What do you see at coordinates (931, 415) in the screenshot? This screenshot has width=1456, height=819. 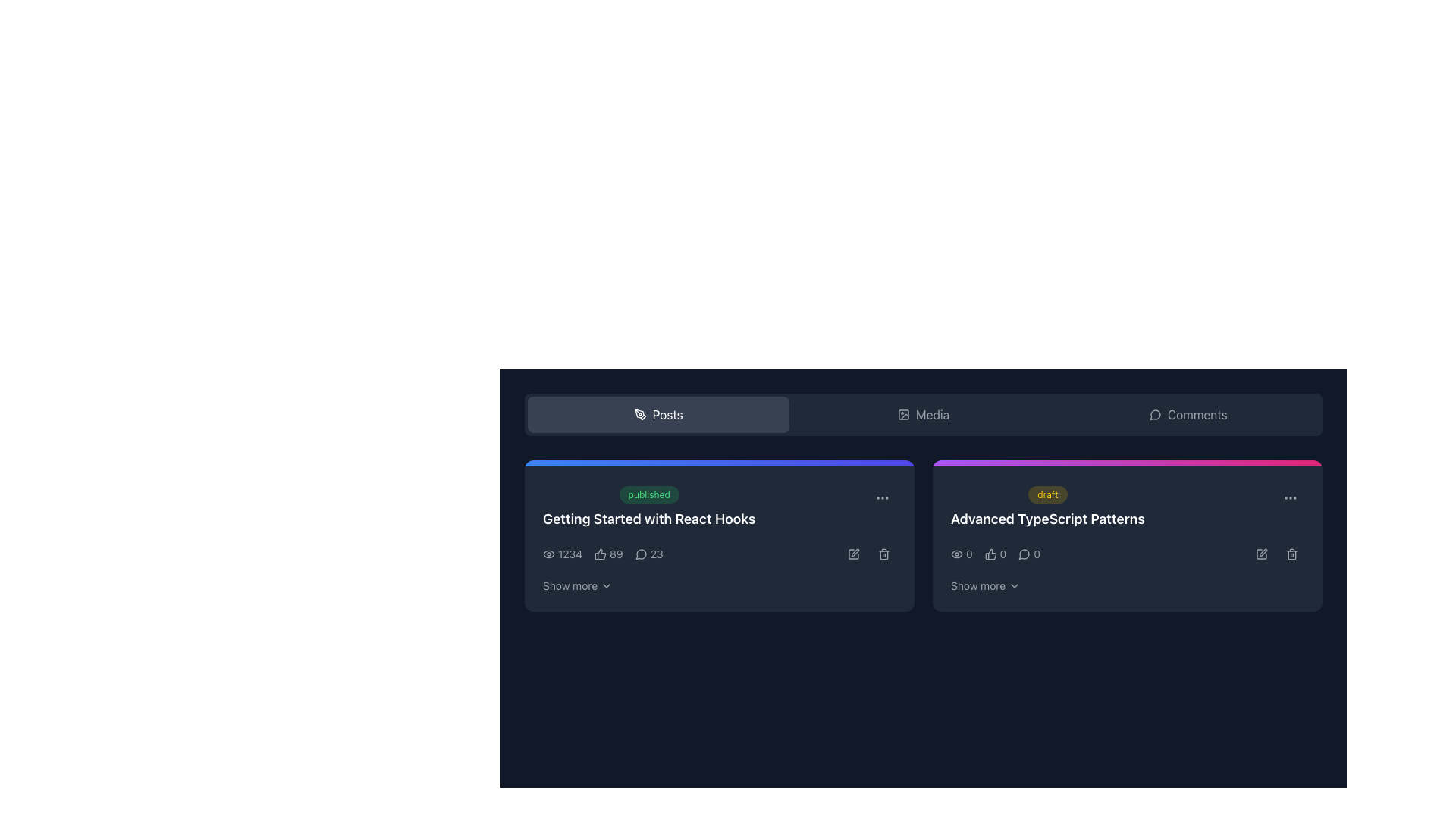 I see `the text label displaying 'Media' within the horizontal navigation bar` at bounding box center [931, 415].